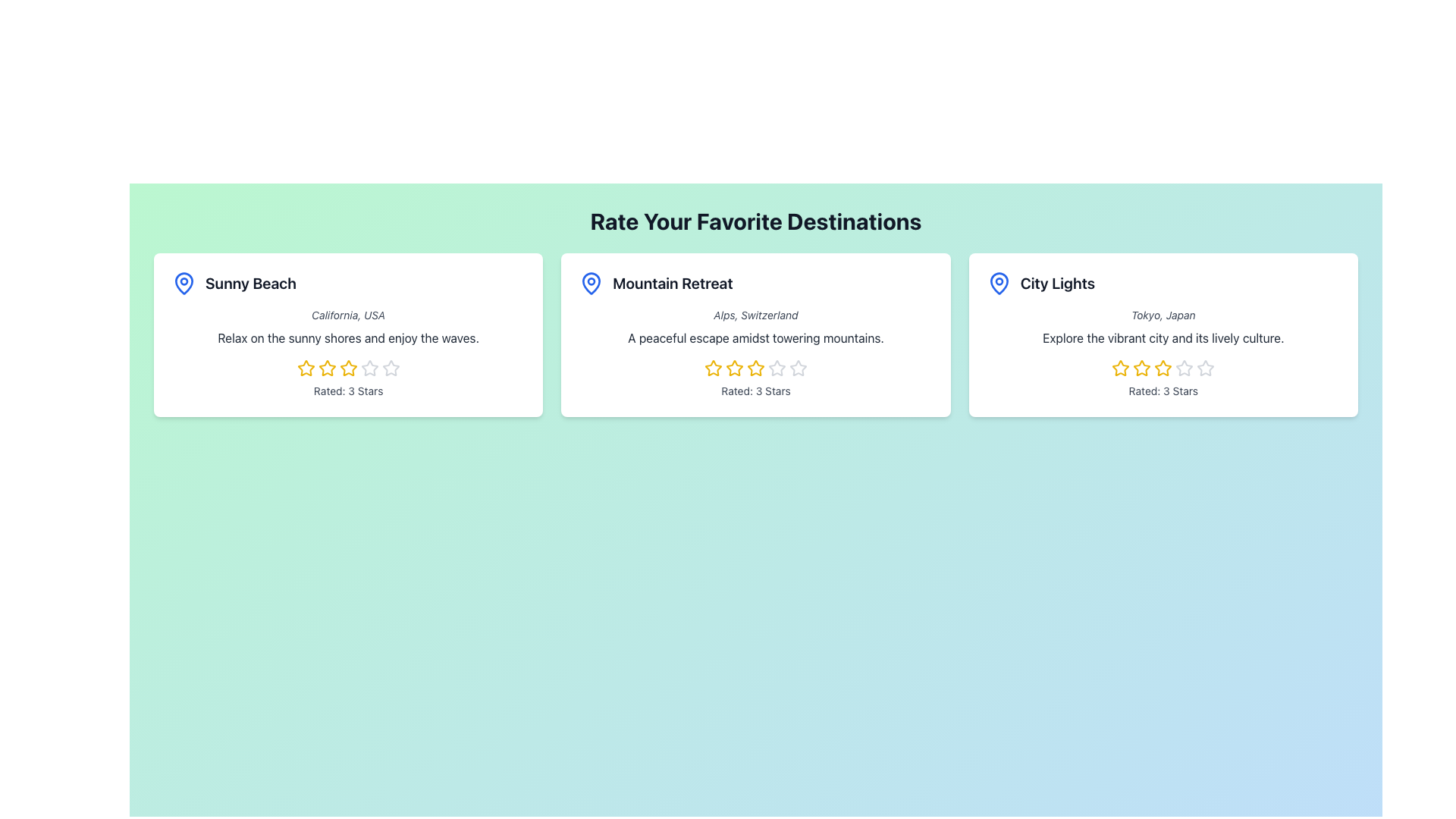 Image resolution: width=1456 pixels, height=819 pixels. Describe the element at coordinates (1163, 391) in the screenshot. I see `numerical rating displayed in the text label located at the bottom section of the 'City Lights' card, directly below the star rating icons` at that location.